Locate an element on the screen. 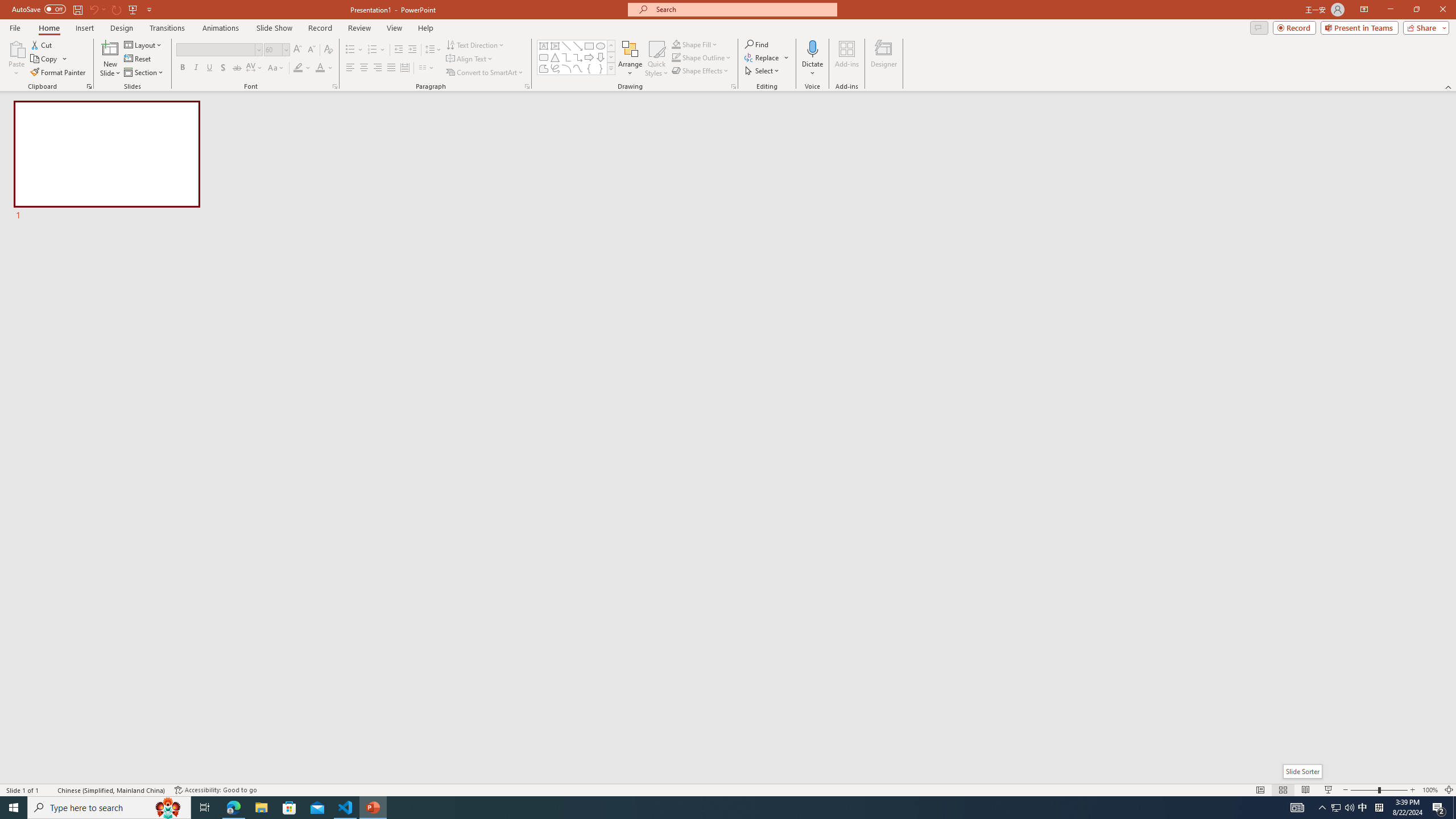 The width and height of the screenshot is (1456, 819). 'Minimize' is located at coordinates (1389, 9).